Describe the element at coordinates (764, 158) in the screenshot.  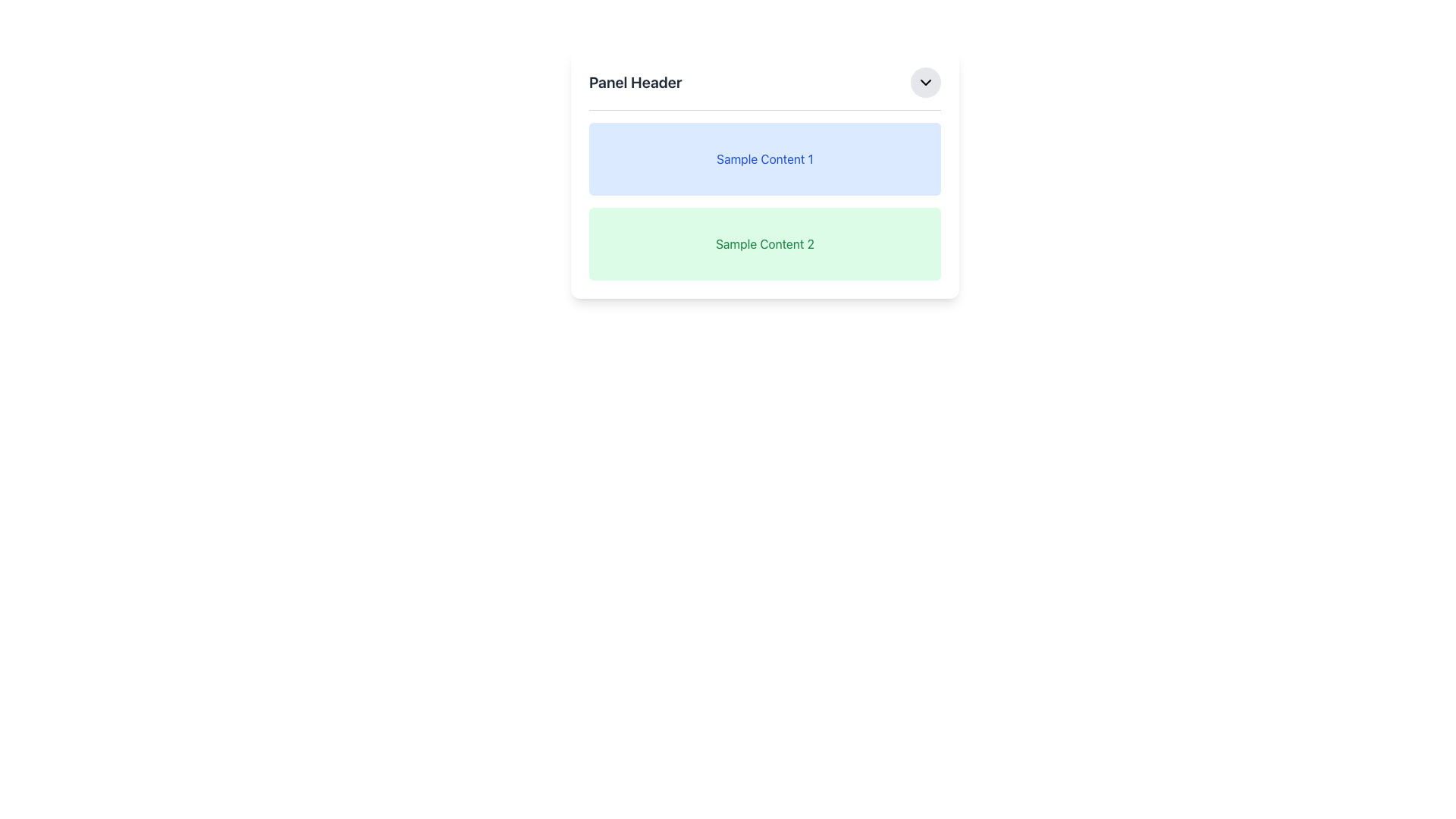
I see `the static text label that reads 'Sample Content 1', which is styled with a blue font color and positioned within a light blue rectangular box below 'Panel Header'` at that location.